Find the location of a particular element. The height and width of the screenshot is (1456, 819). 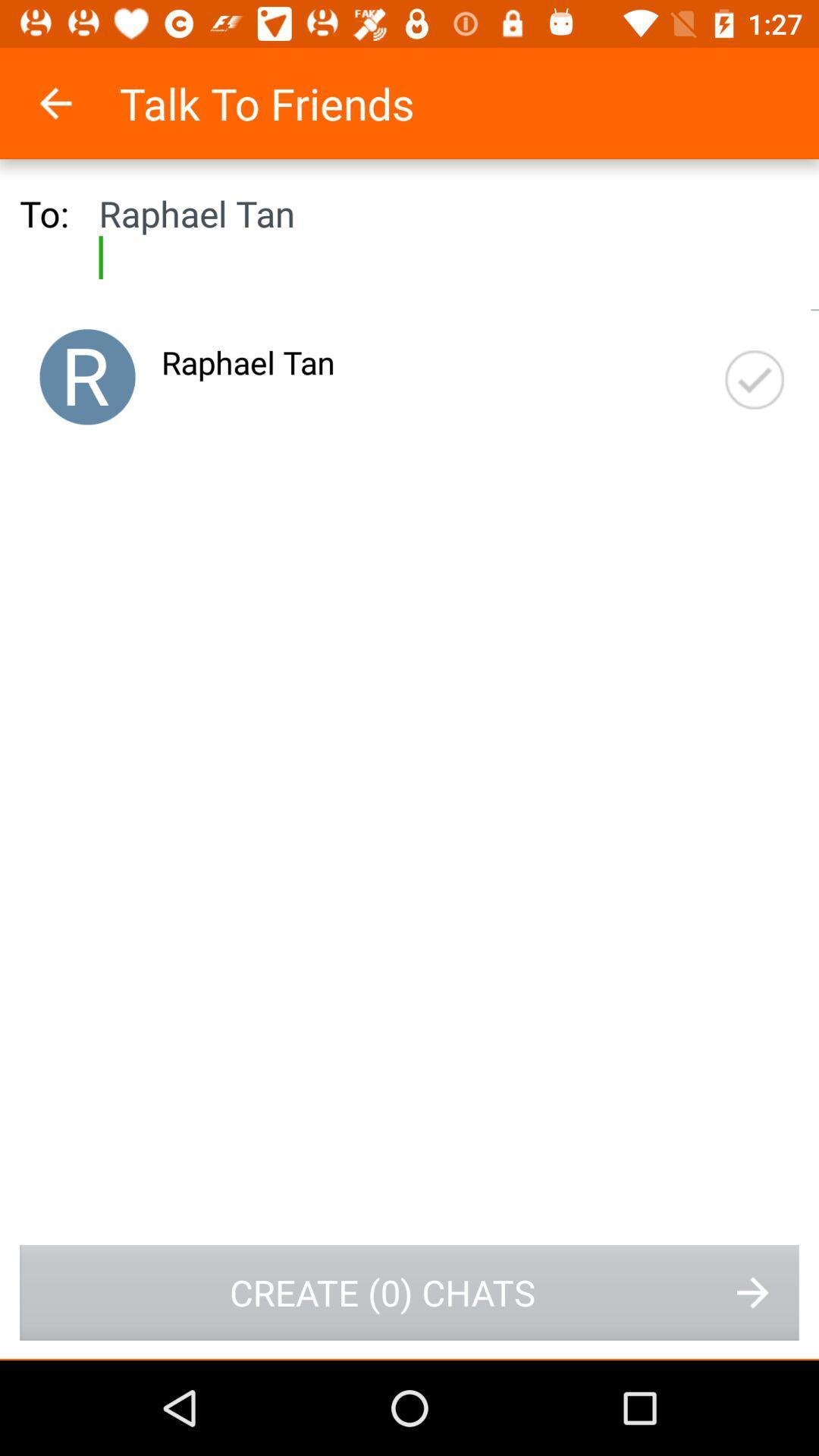

the item to the left of the raphael tan is located at coordinates (87, 377).